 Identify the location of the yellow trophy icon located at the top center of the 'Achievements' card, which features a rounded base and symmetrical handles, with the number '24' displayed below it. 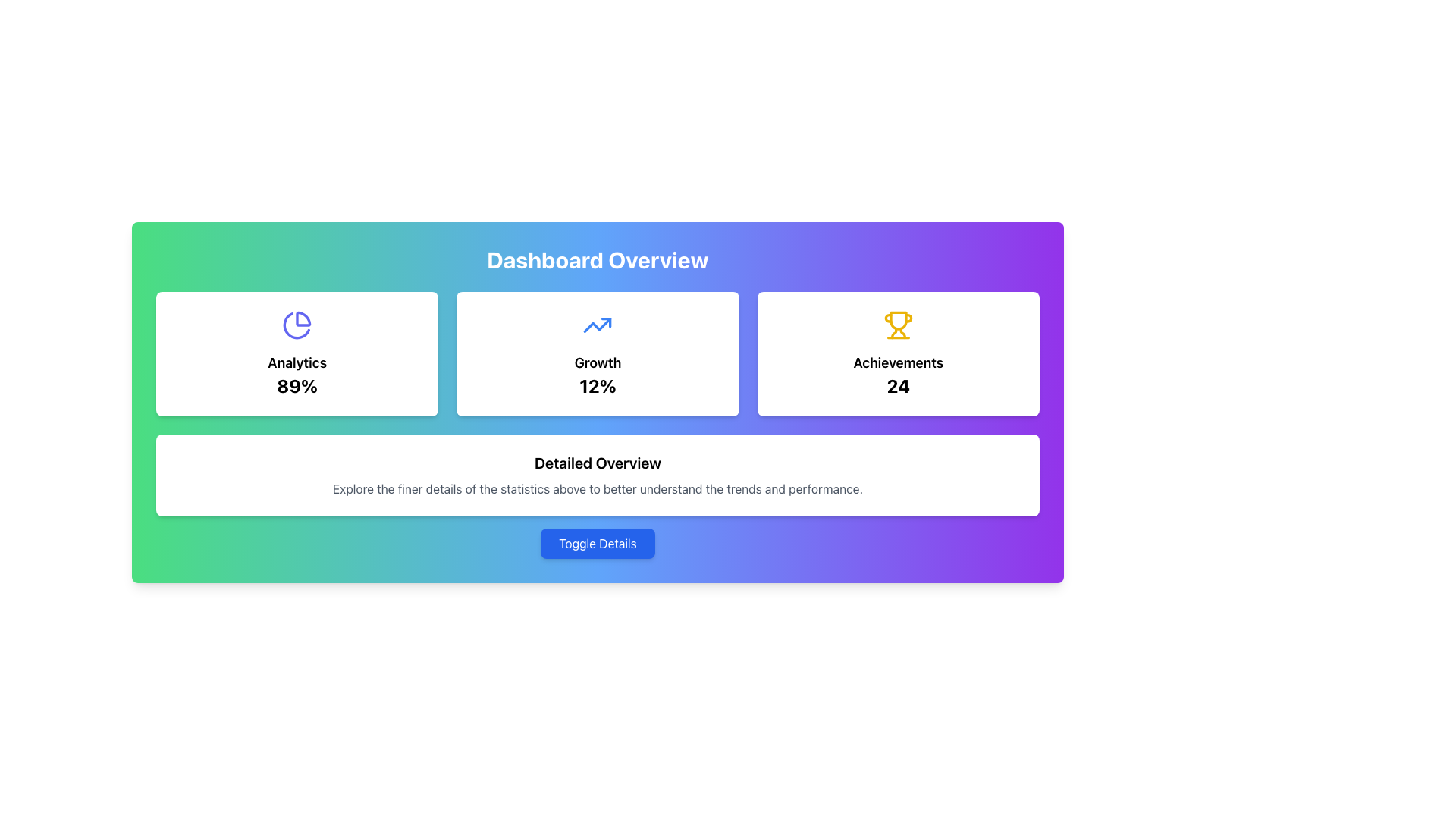
(898, 324).